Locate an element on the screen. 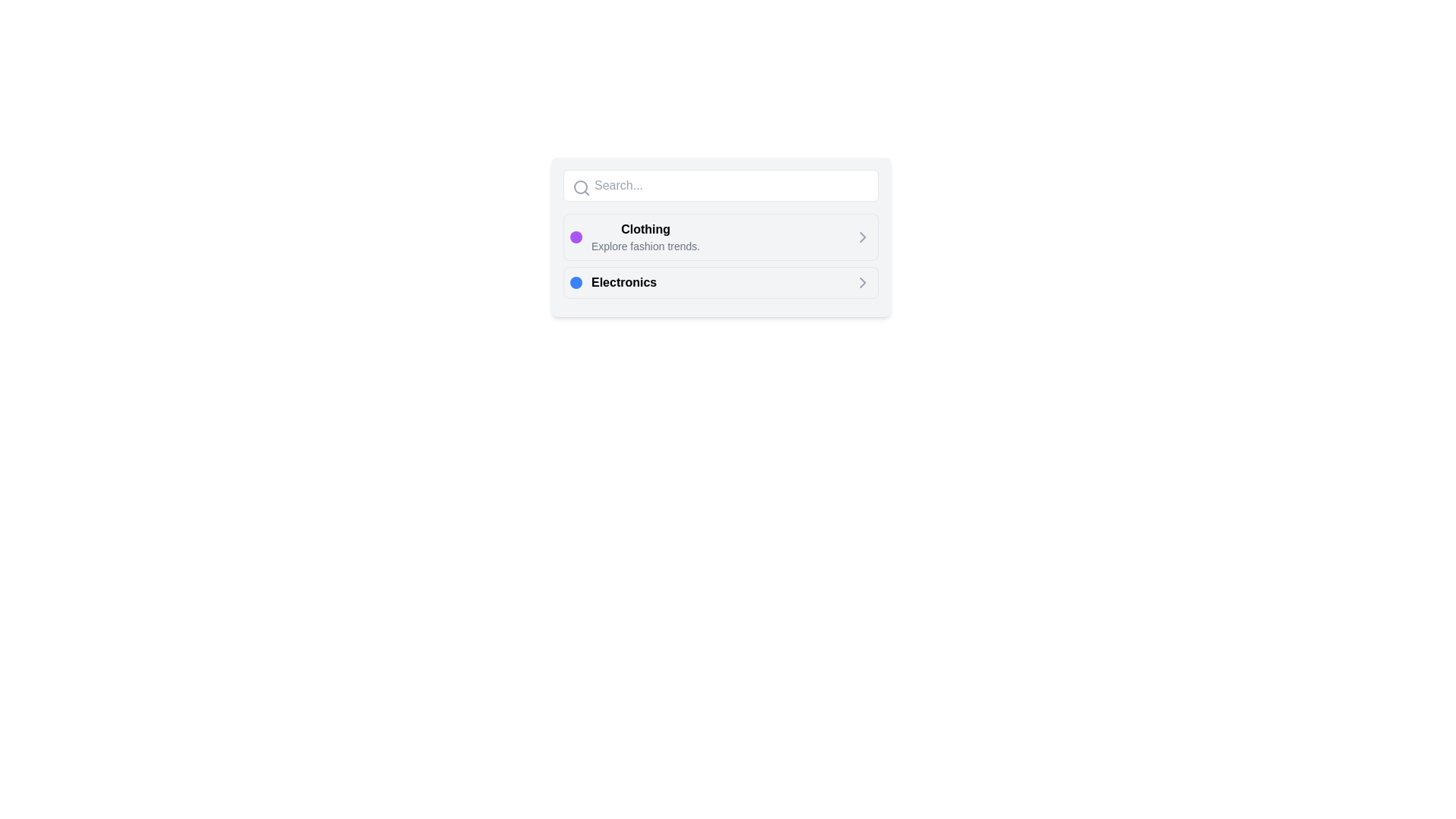  the panel containing the sections for 'Clothing' and 'Electronics' is located at coordinates (720, 256).